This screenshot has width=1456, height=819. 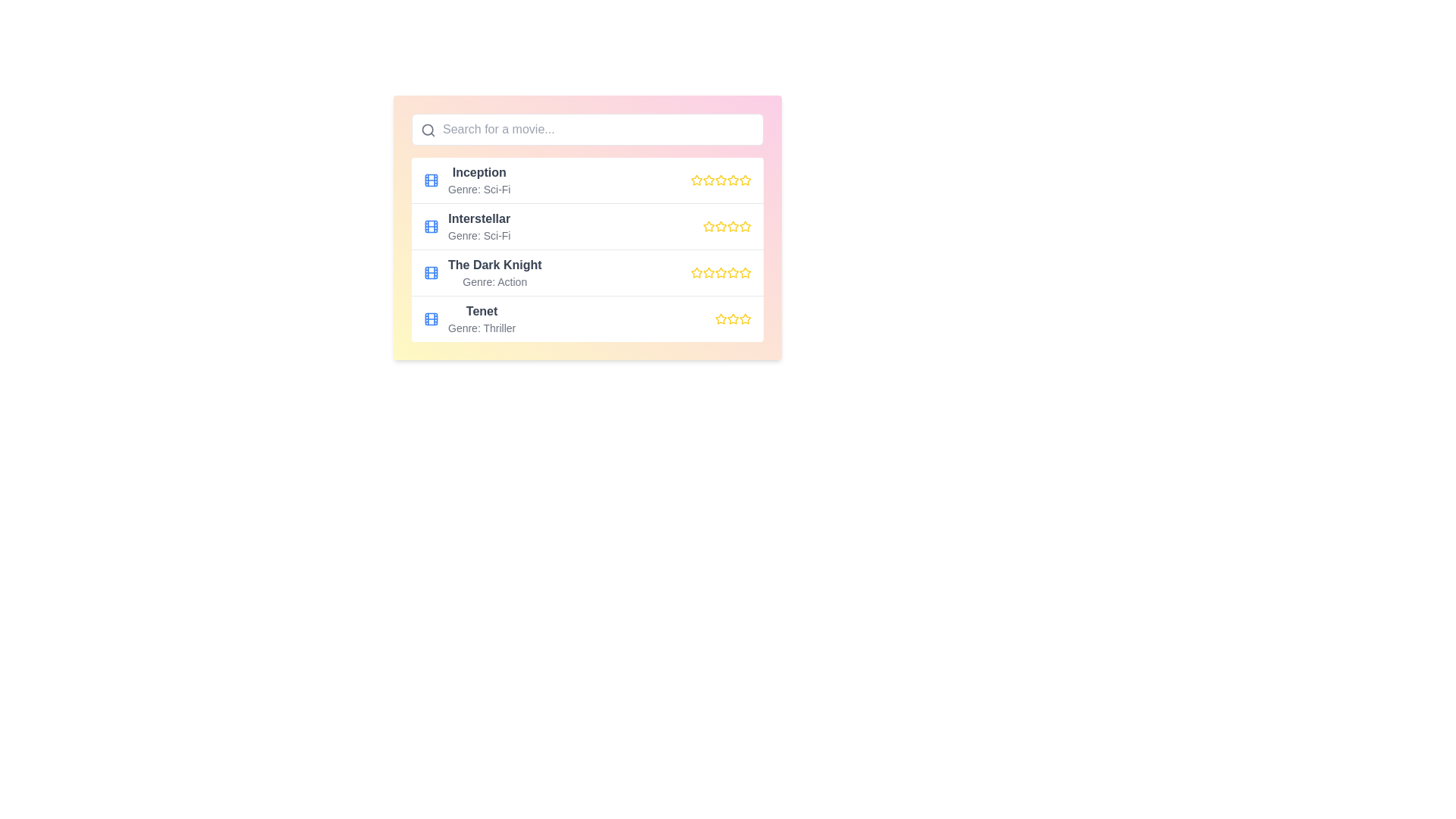 What do you see at coordinates (494, 271) in the screenshot?
I see `to select the movie entry 'The Dark Knight' displayed in bold at the third position of the vertical list of movie entries` at bounding box center [494, 271].